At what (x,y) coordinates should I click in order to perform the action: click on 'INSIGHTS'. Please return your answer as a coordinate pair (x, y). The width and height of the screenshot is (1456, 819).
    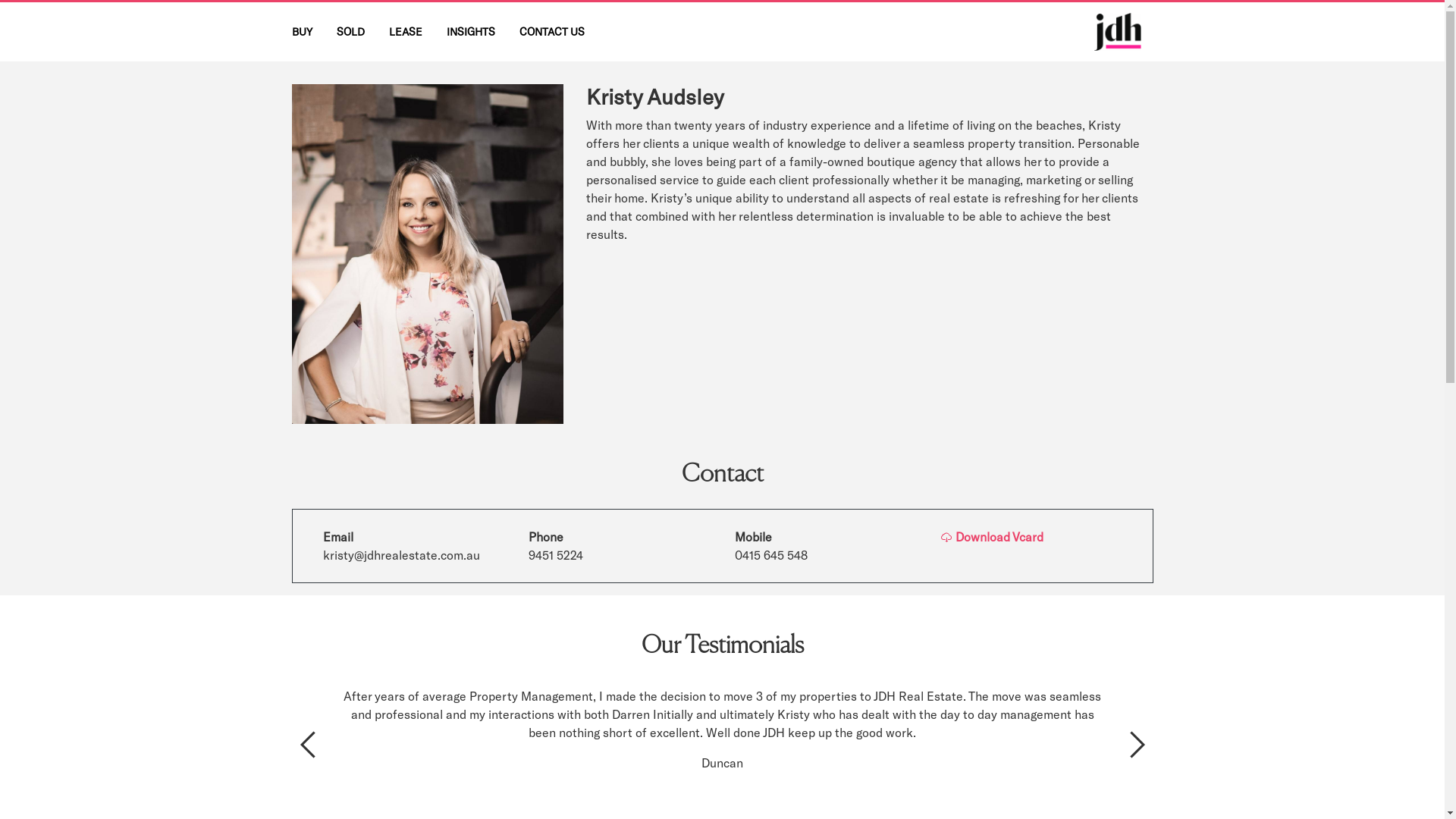
    Looking at the image, I should click on (469, 32).